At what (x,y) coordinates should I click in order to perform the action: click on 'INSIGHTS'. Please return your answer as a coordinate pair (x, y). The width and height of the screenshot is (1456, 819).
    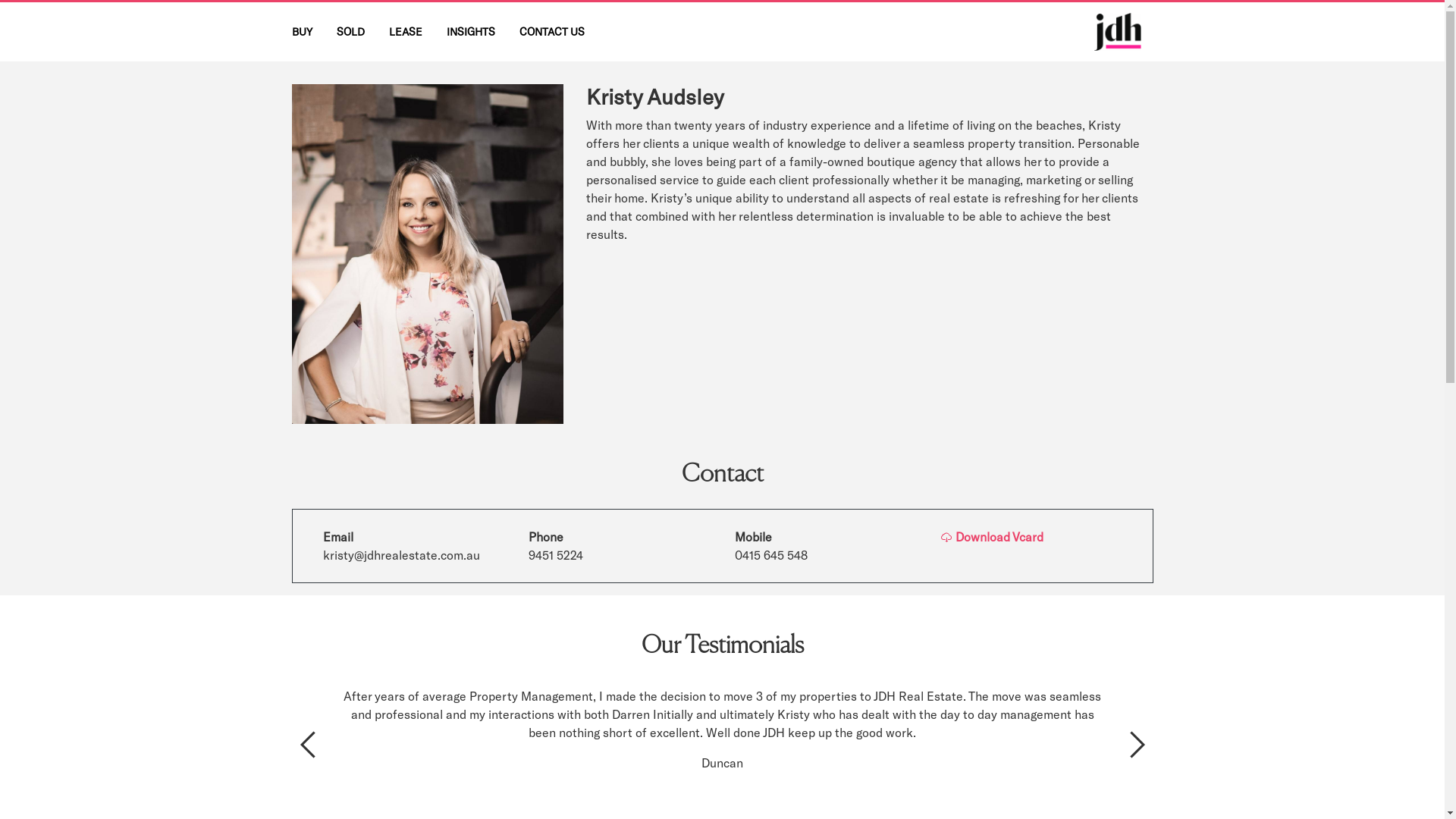
    Looking at the image, I should click on (469, 32).